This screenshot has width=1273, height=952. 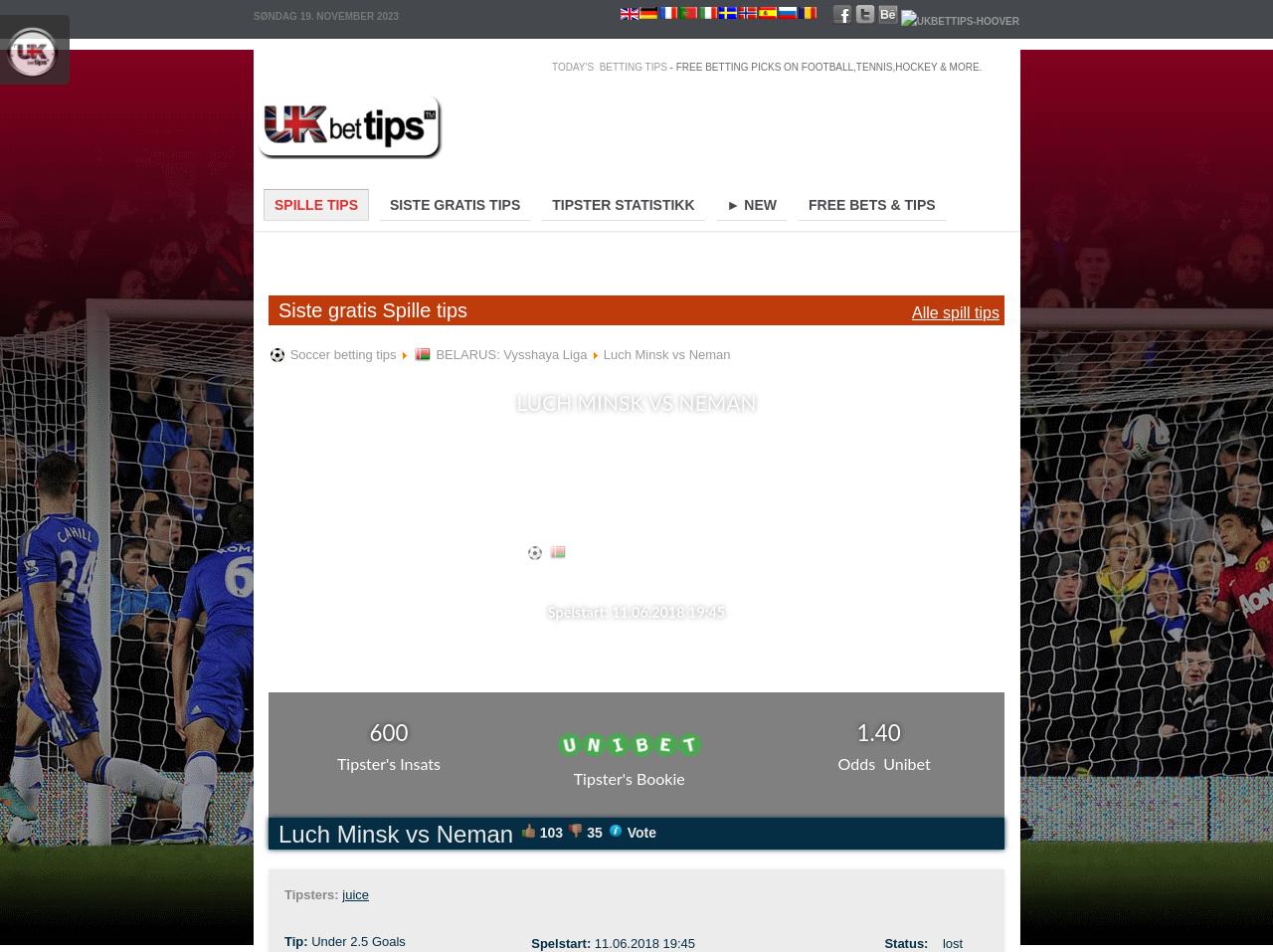 I want to click on 'Spelstart:', so click(x=561, y=943).